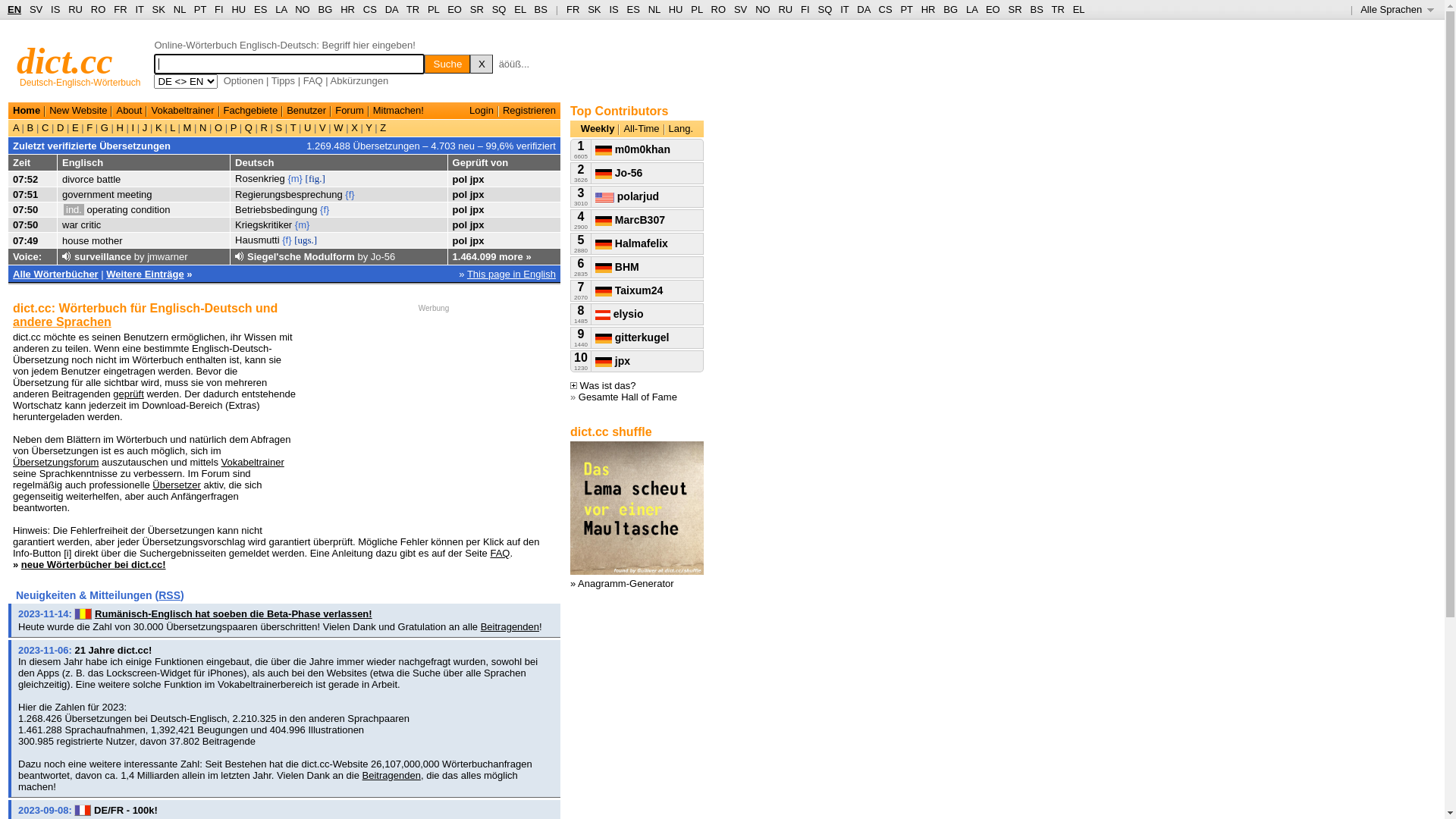  What do you see at coordinates (7, 9) in the screenshot?
I see `'EN'` at bounding box center [7, 9].